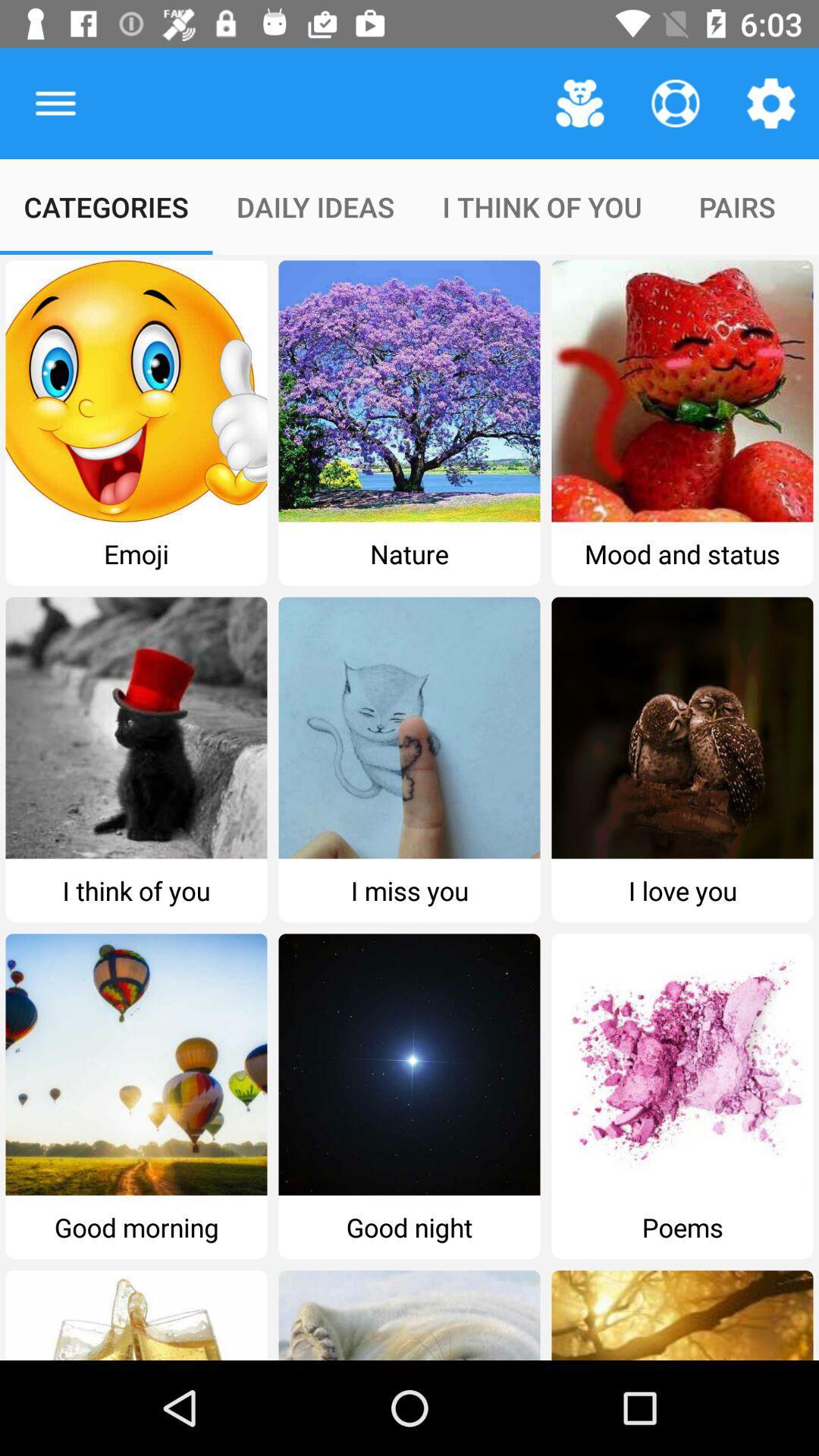 The width and height of the screenshot is (819, 1456). Describe the element at coordinates (55, 102) in the screenshot. I see `item to the left of` at that location.